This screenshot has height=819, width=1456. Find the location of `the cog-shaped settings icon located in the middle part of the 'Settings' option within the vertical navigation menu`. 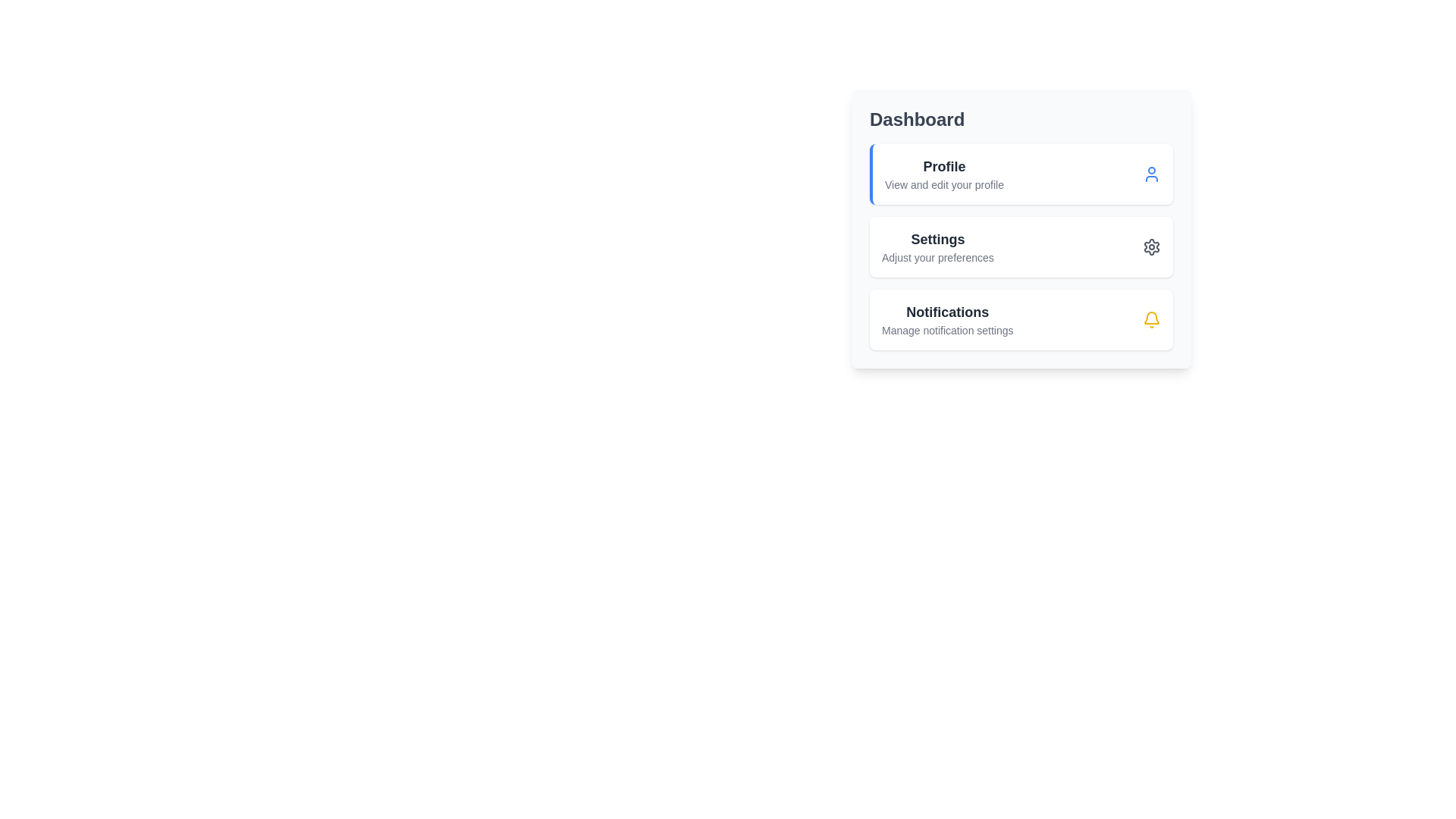

the cog-shaped settings icon located in the middle part of the 'Settings' option within the vertical navigation menu is located at coordinates (1151, 246).